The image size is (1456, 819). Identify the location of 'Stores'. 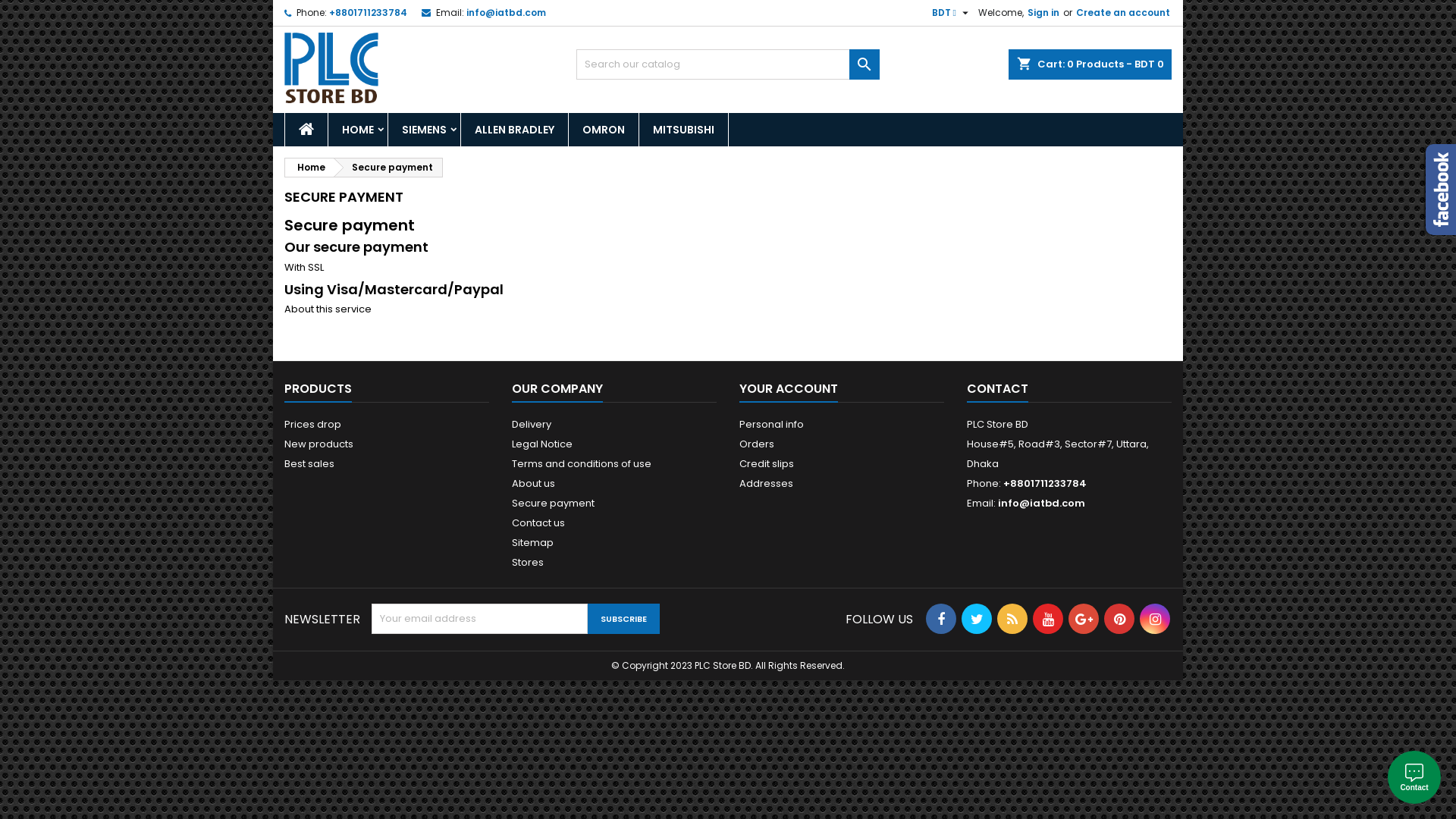
(528, 562).